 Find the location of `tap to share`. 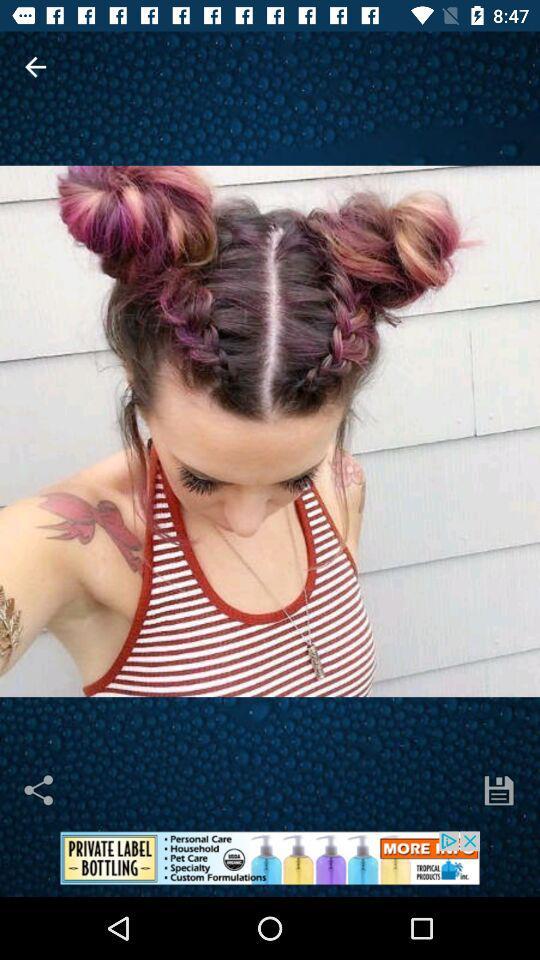

tap to share is located at coordinates (40, 790).